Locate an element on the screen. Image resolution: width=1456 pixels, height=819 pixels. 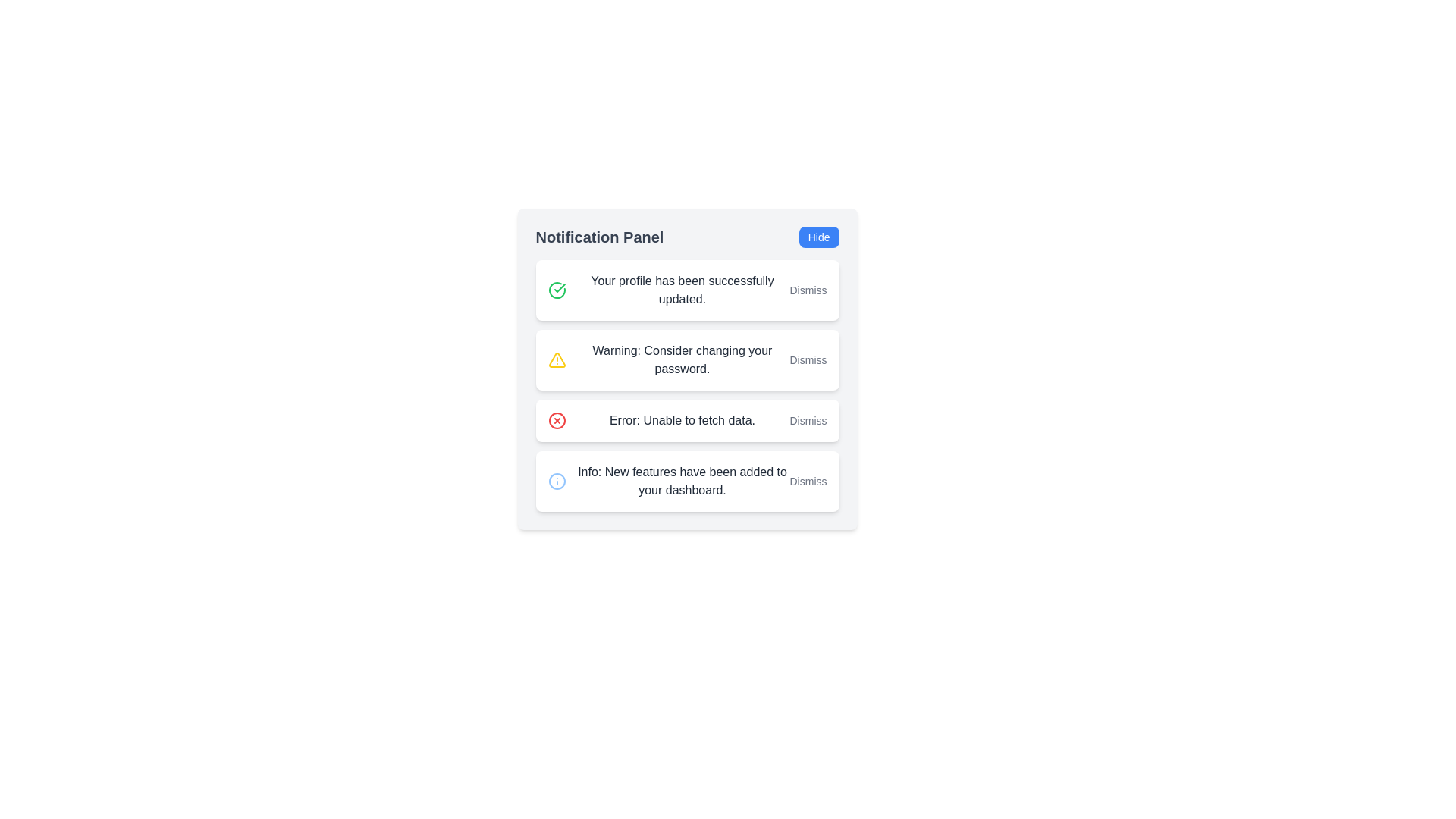
the error notification icon indicating 'Error: Unable to fetch data.' in the Notification Panel, positioned to the far left of the notification text is located at coordinates (556, 421).